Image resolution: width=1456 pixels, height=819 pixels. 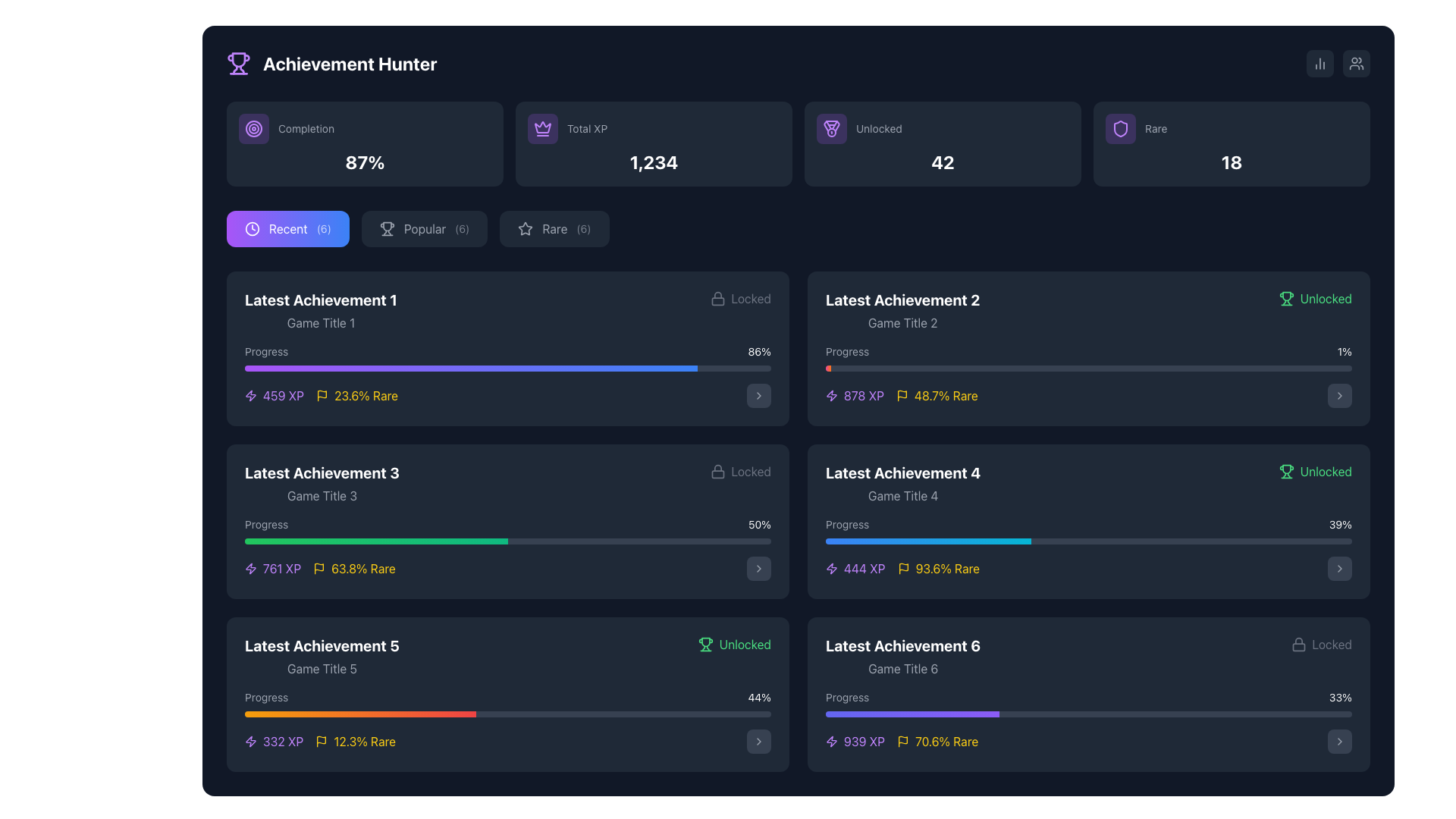 What do you see at coordinates (508, 483) in the screenshot?
I see `the content of the Text Header with Status Indicator displaying 'Latest Achievement 3' and 'Game Title 3', located in the second column of the second row of the grid` at bounding box center [508, 483].